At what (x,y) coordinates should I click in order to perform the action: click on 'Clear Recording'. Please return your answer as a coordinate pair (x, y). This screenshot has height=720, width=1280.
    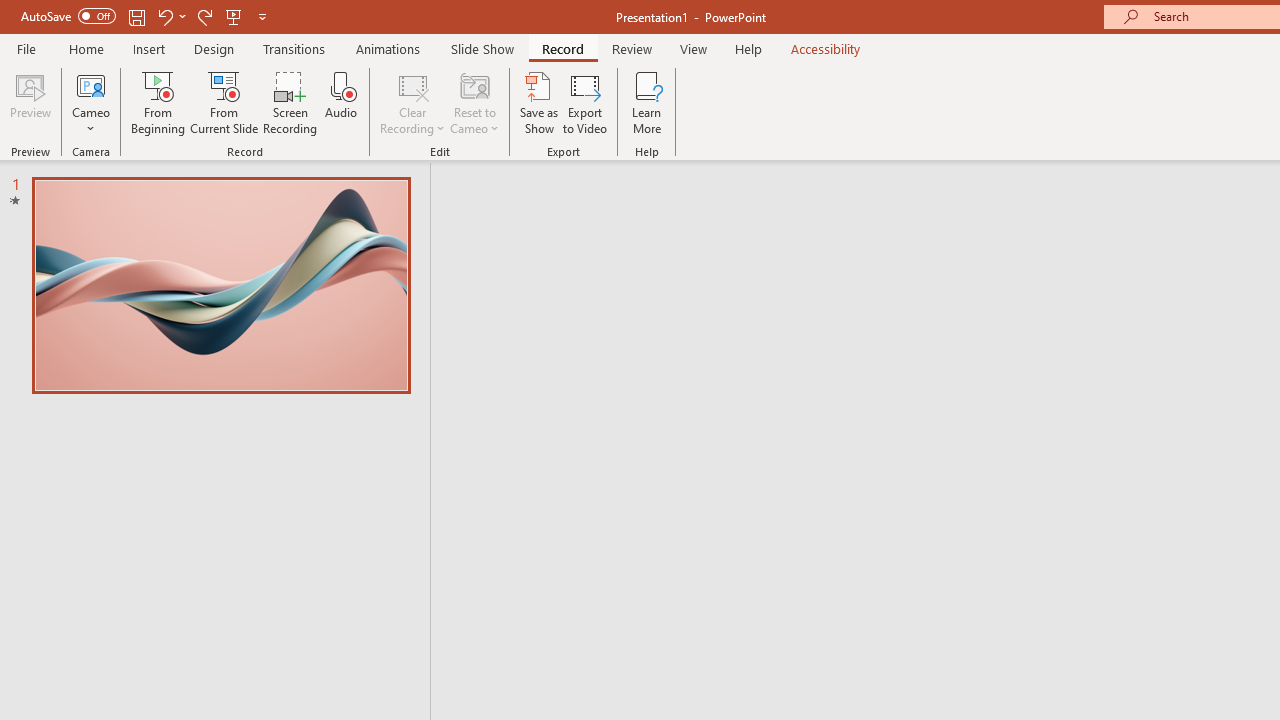
    Looking at the image, I should click on (411, 103).